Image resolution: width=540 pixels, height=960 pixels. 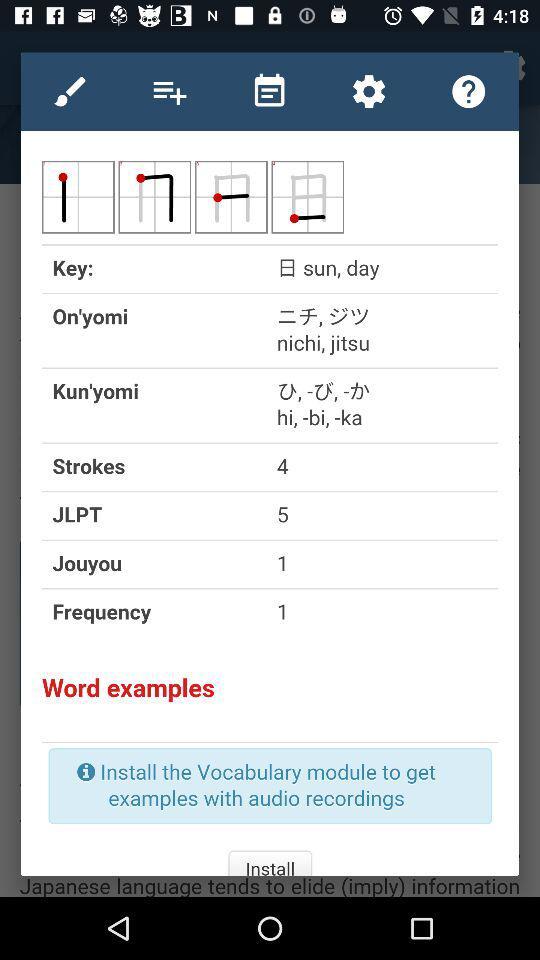 What do you see at coordinates (269, 91) in the screenshot?
I see `open schedule` at bounding box center [269, 91].